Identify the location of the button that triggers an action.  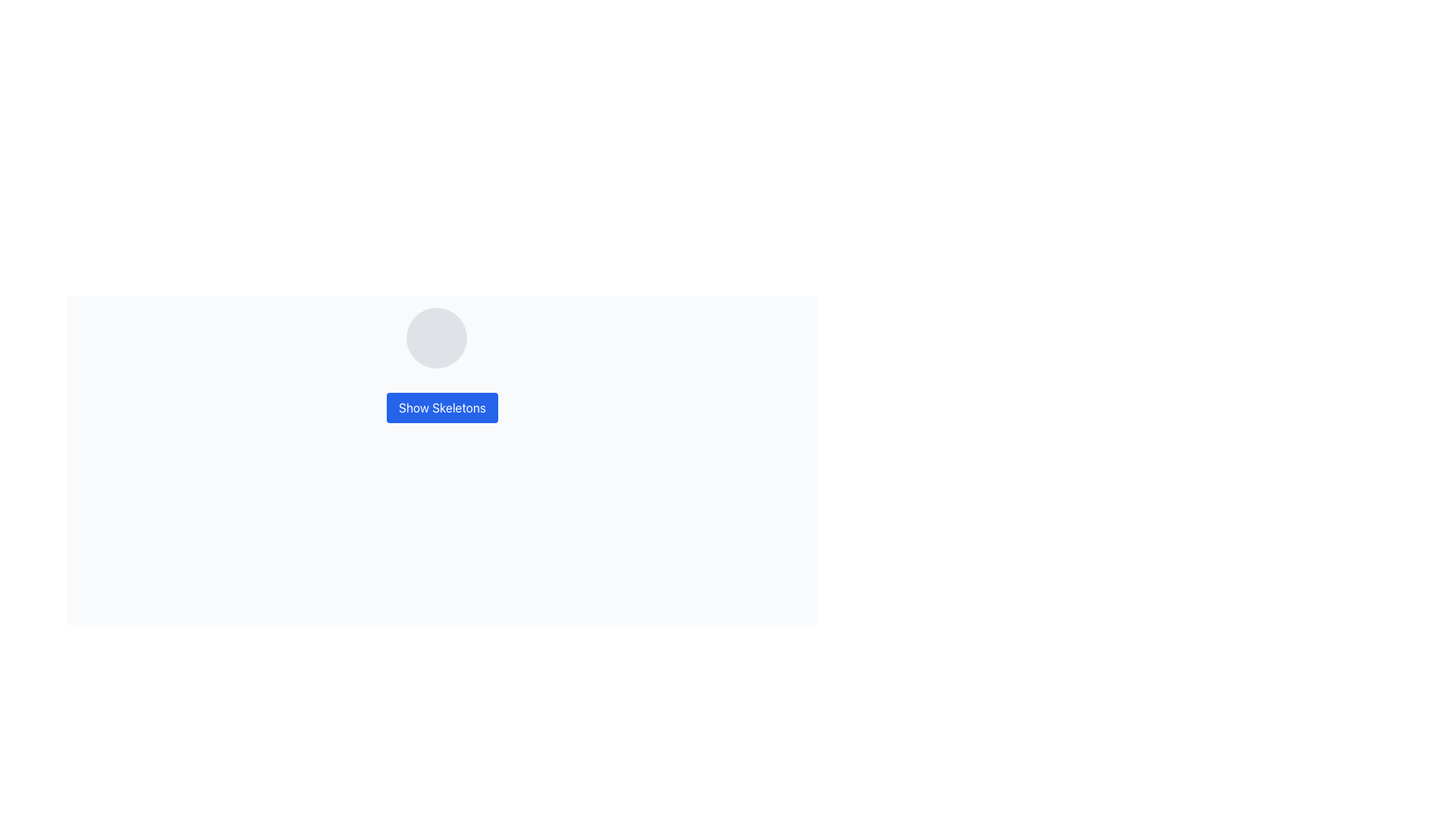
(441, 406).